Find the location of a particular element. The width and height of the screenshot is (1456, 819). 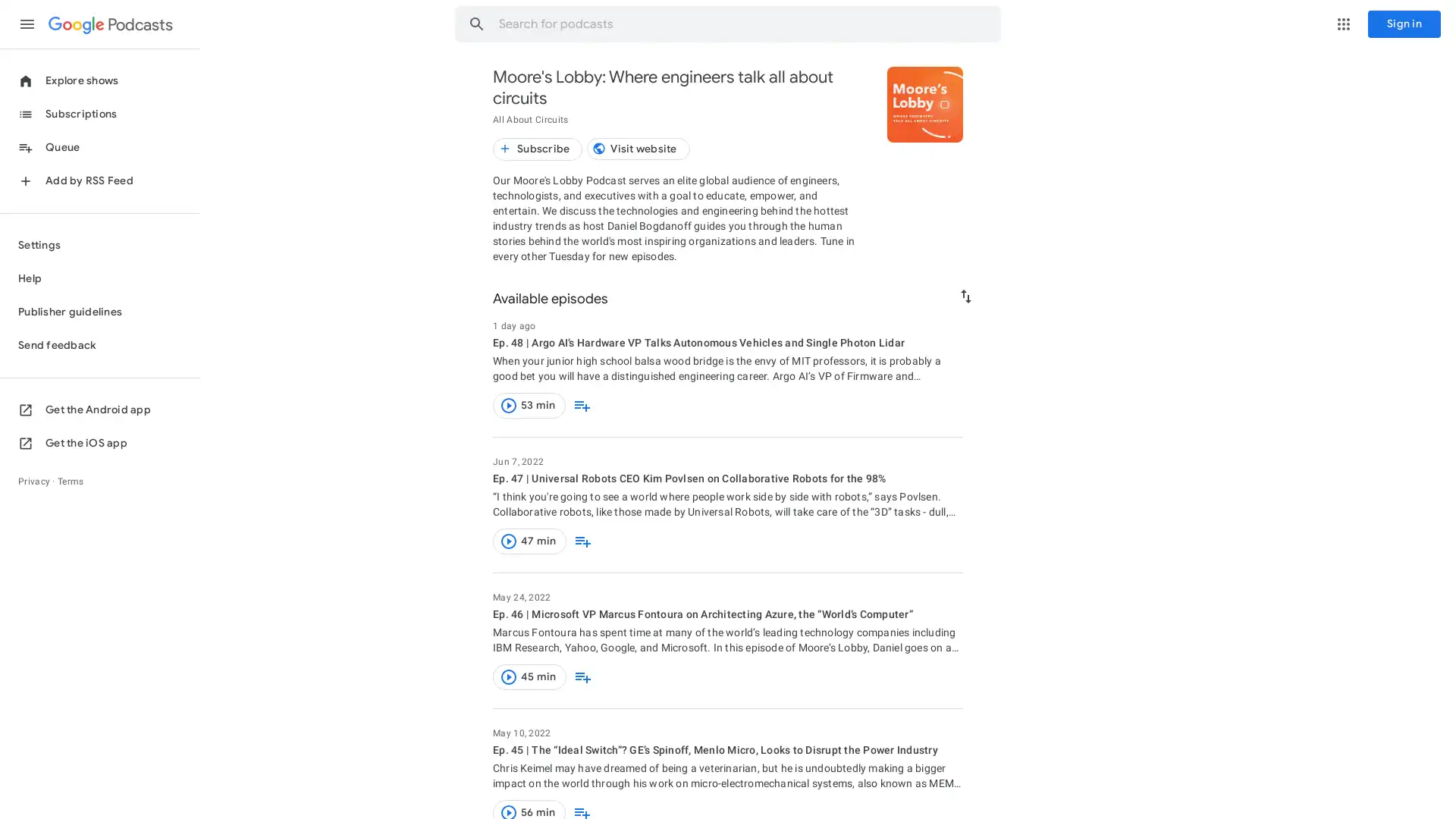

Play this episode is located at coordinates (509, 540).